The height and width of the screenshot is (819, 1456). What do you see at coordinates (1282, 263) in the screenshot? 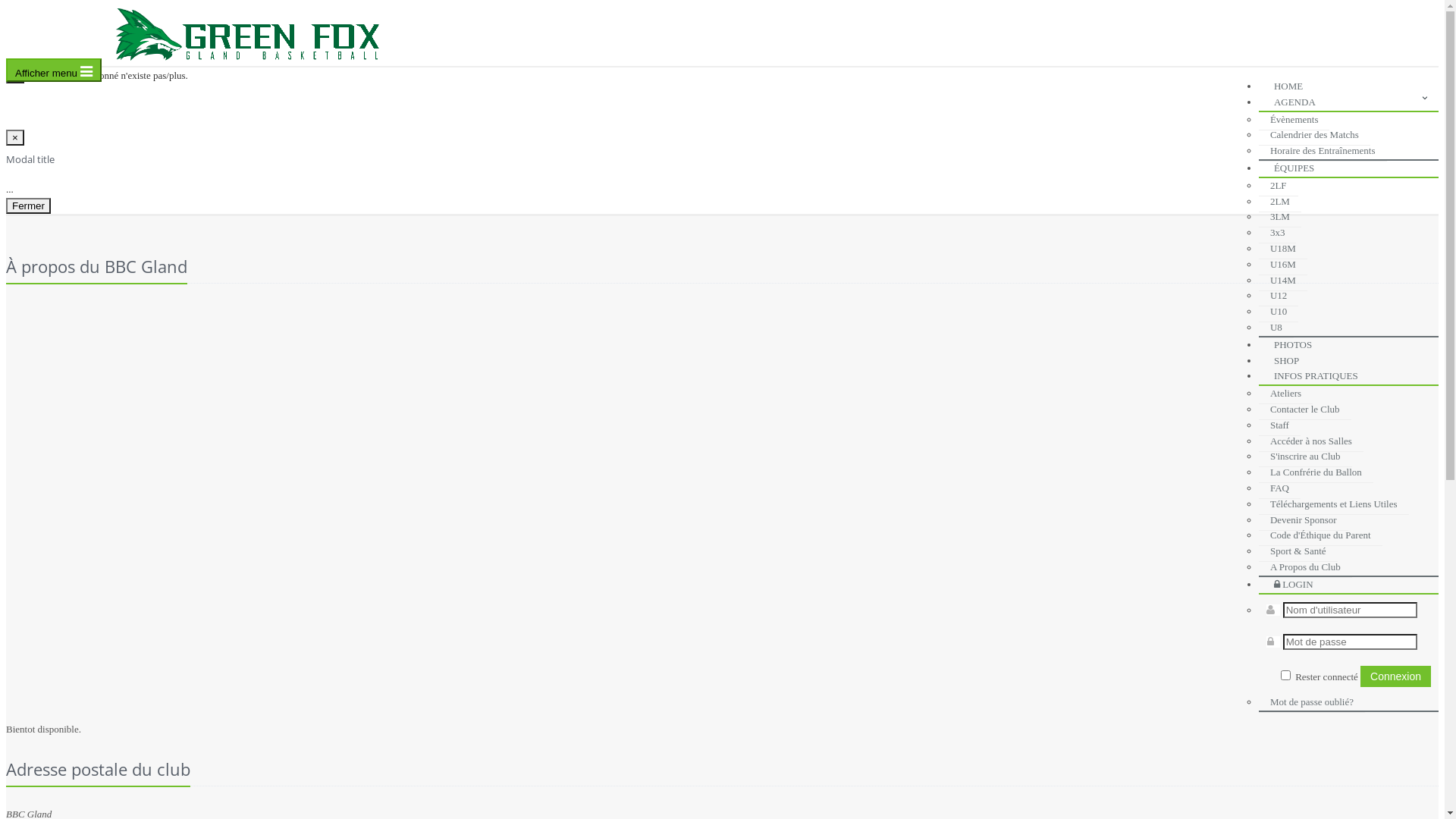
I see `'U16M'` at bounding box center [1282, 263].